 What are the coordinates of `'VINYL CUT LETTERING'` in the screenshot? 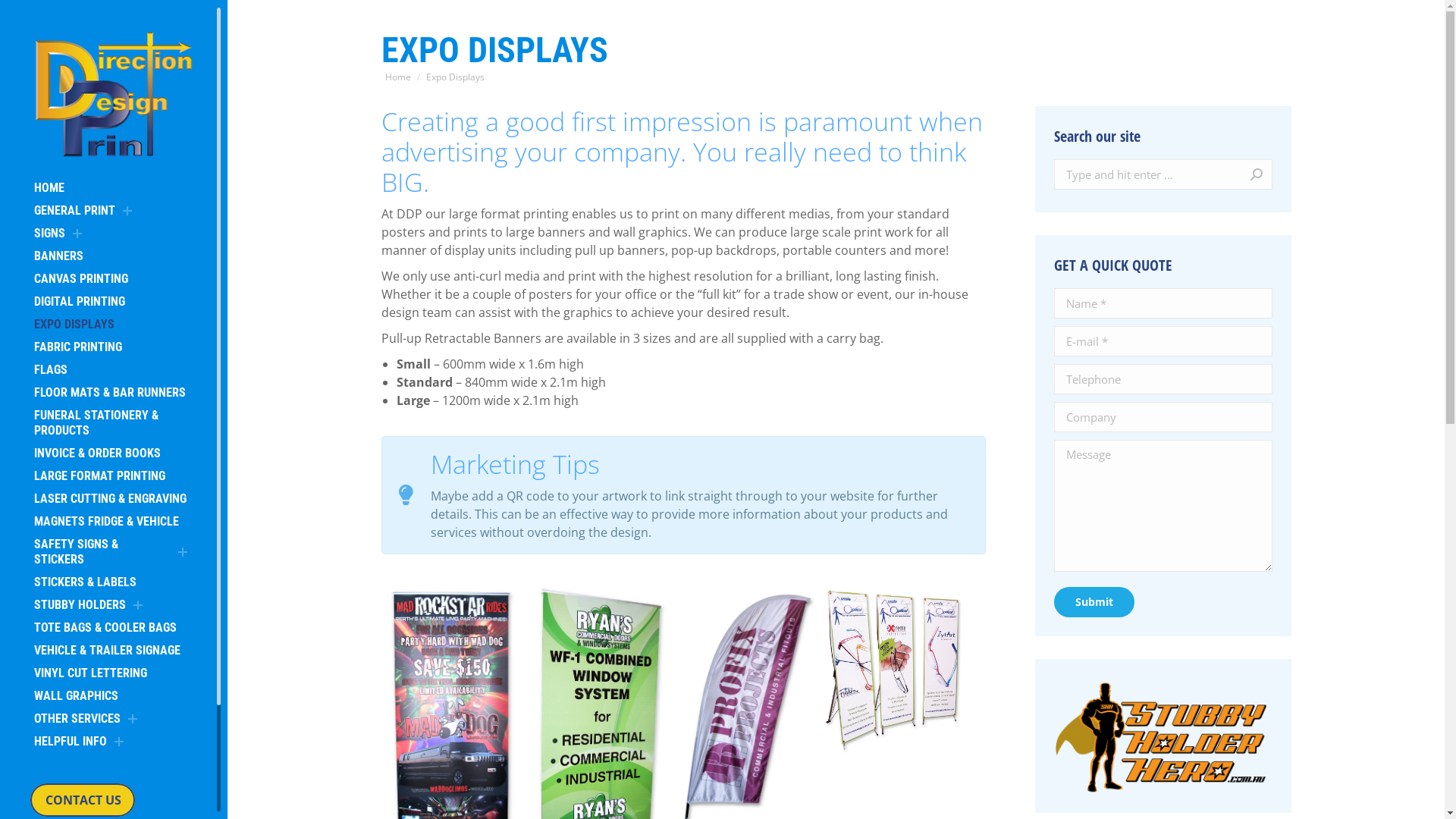 It's located at (89, 672).